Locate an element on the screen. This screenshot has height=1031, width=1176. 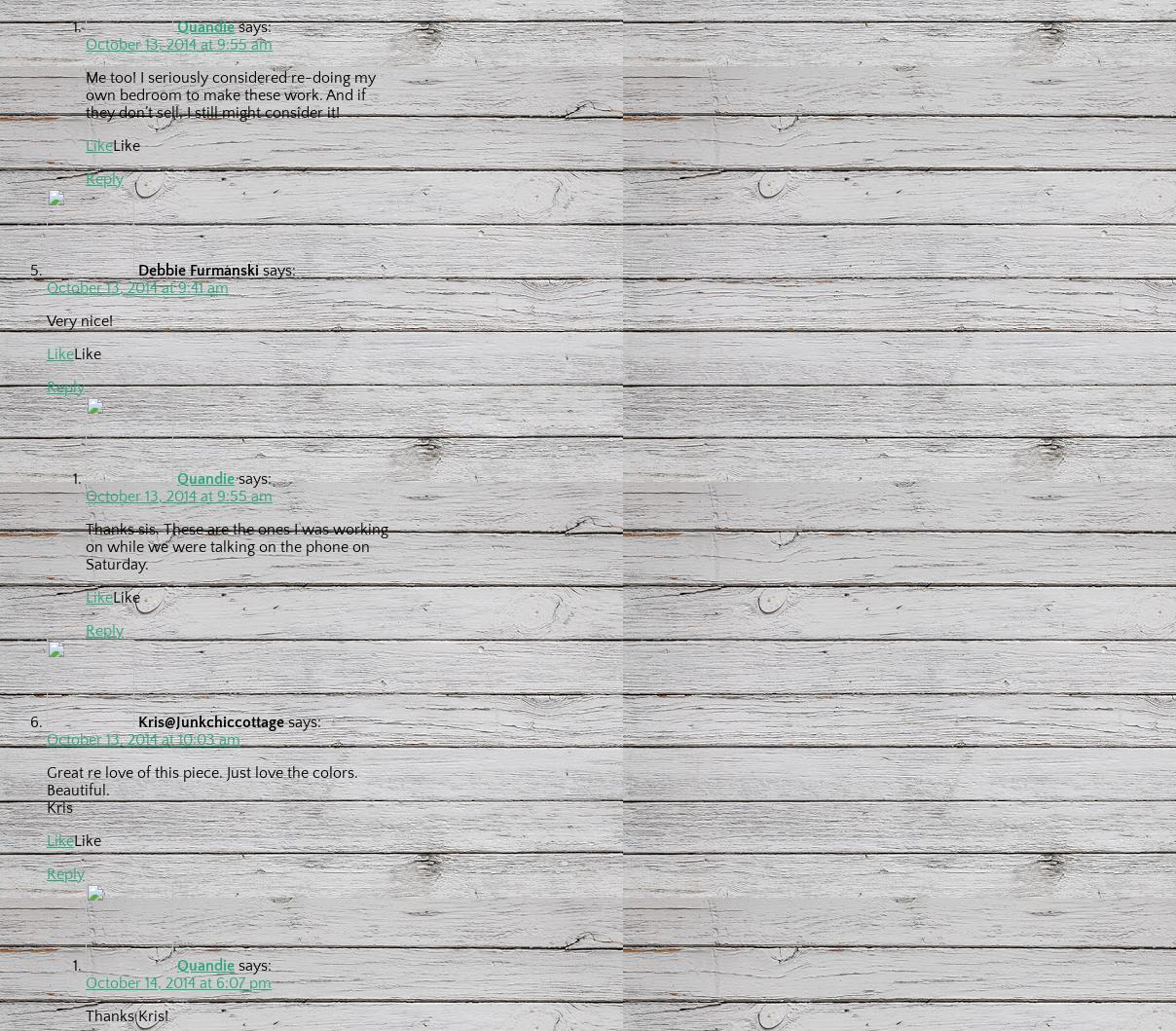
'October 13, 2014 at 9:41 am' is located at coordinates (136, 287).